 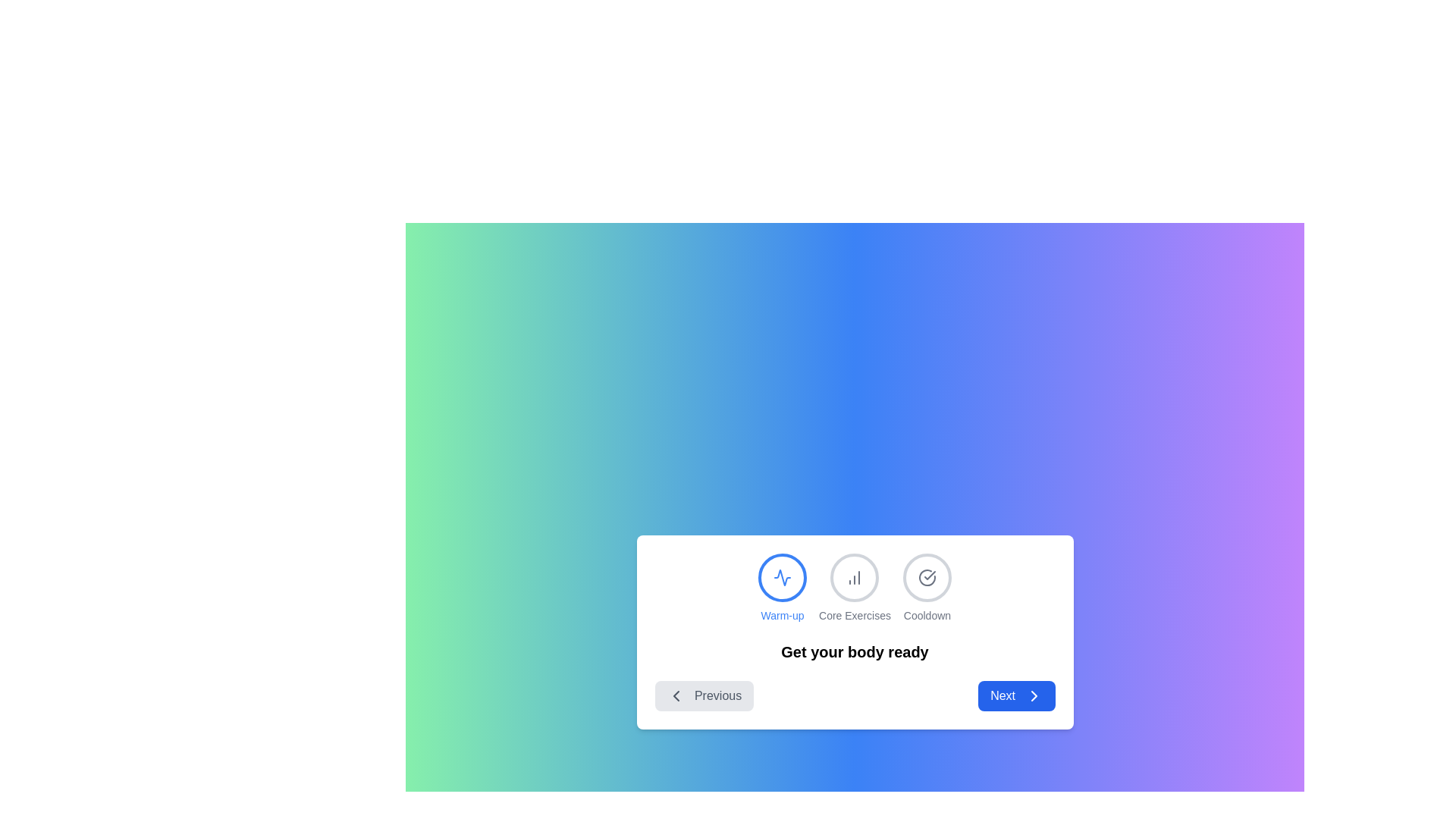 What do you see at coordinates (926, 576) in the screenshot?
I see `the icon representing the step Cooldown to view its details` at bounding box center [926, 576].